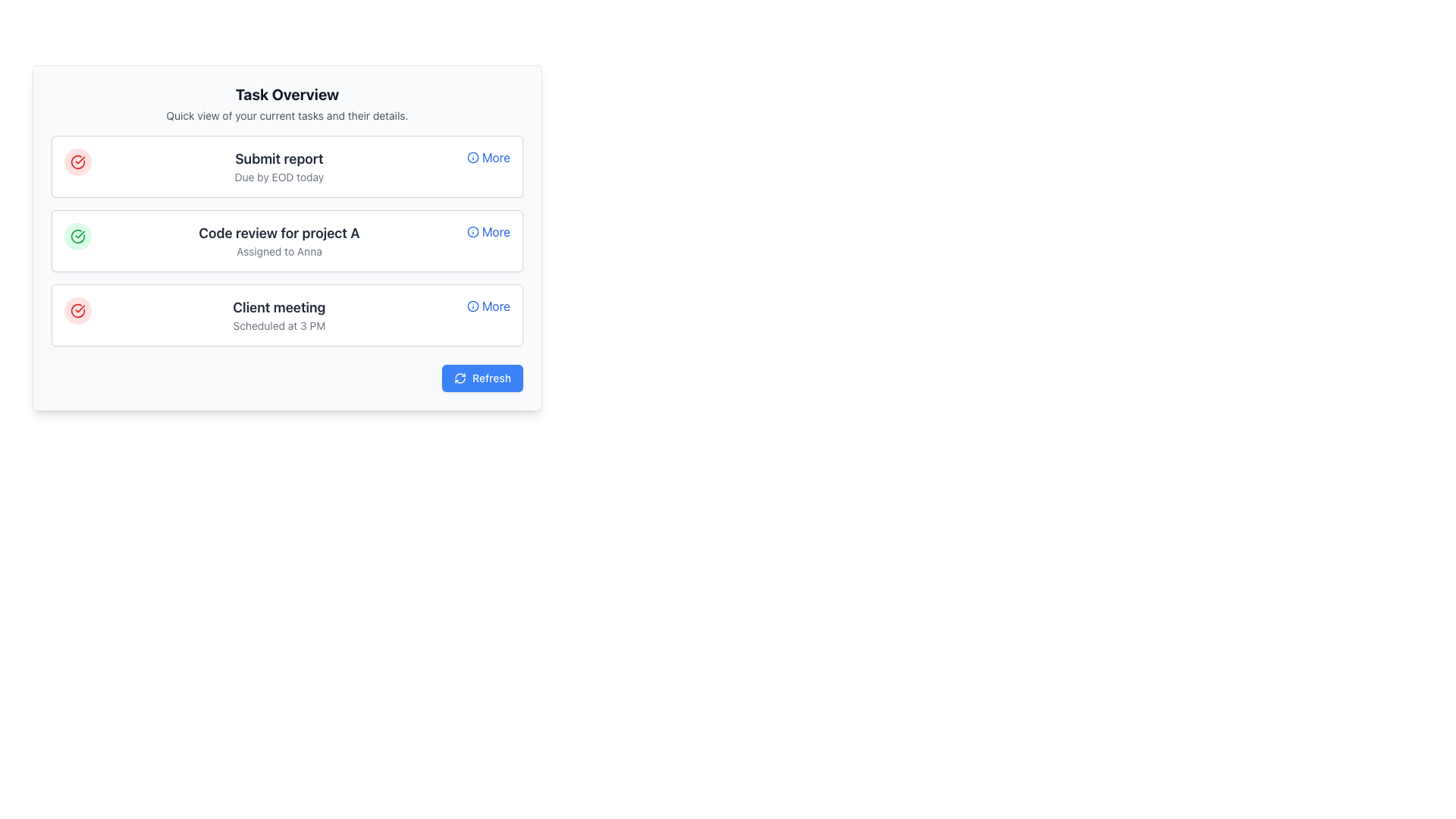  Describe the element at coordinates (460, 377) in the screenshot. I see `the circular arrow icon representing the refresh functionality, which is located to the left of the text 'Refresh' in the bottom-right corner of the interface` at that location.